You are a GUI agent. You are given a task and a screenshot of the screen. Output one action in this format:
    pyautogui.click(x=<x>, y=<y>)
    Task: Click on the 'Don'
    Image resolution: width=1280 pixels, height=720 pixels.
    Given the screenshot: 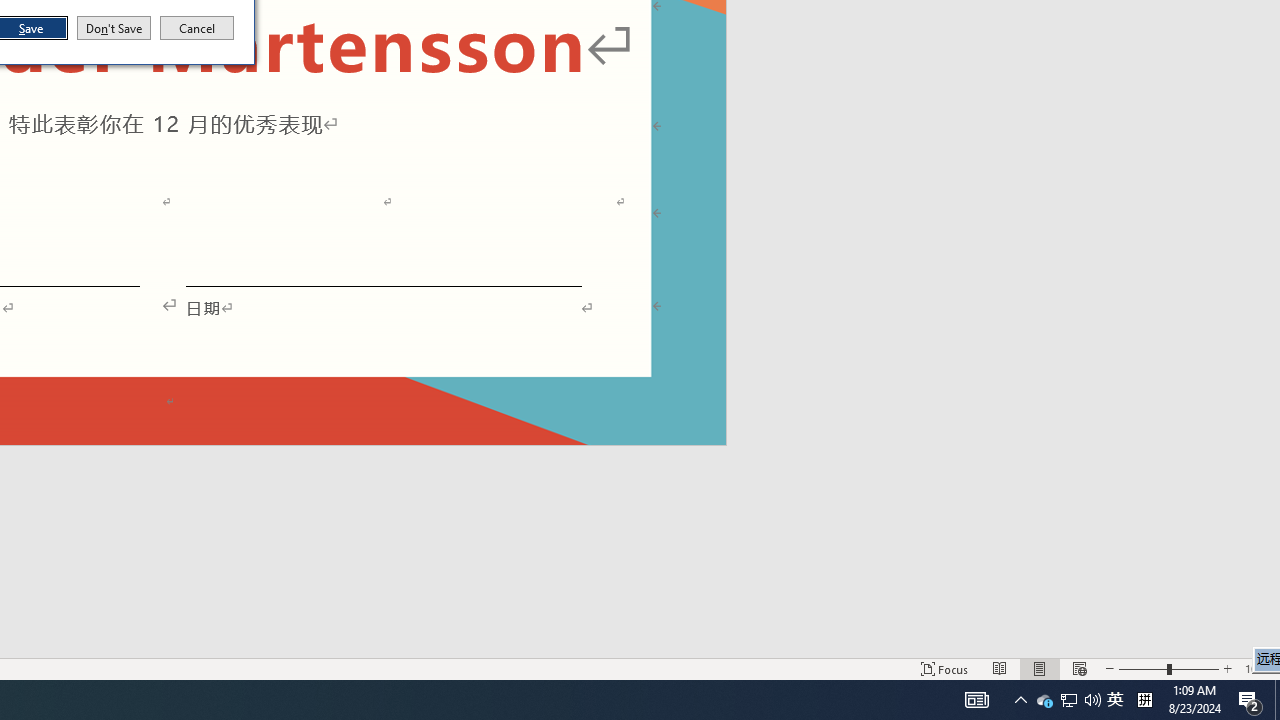 What is the action you would take?
    pyautogui.click(x=112, y=28)
    